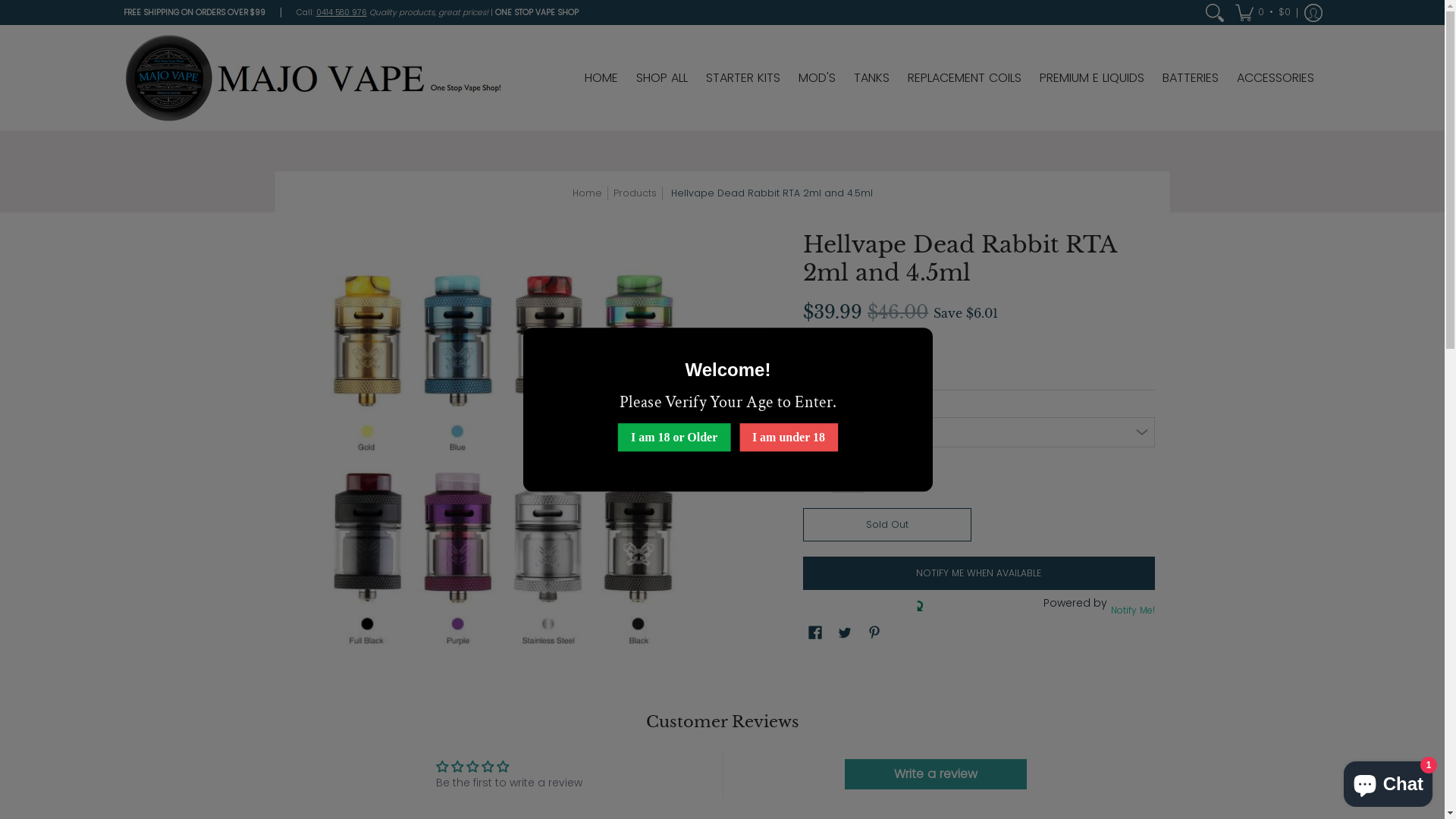 This screenshot has height=819, width=1456. I want to click on 'Products', so click(634, 192).